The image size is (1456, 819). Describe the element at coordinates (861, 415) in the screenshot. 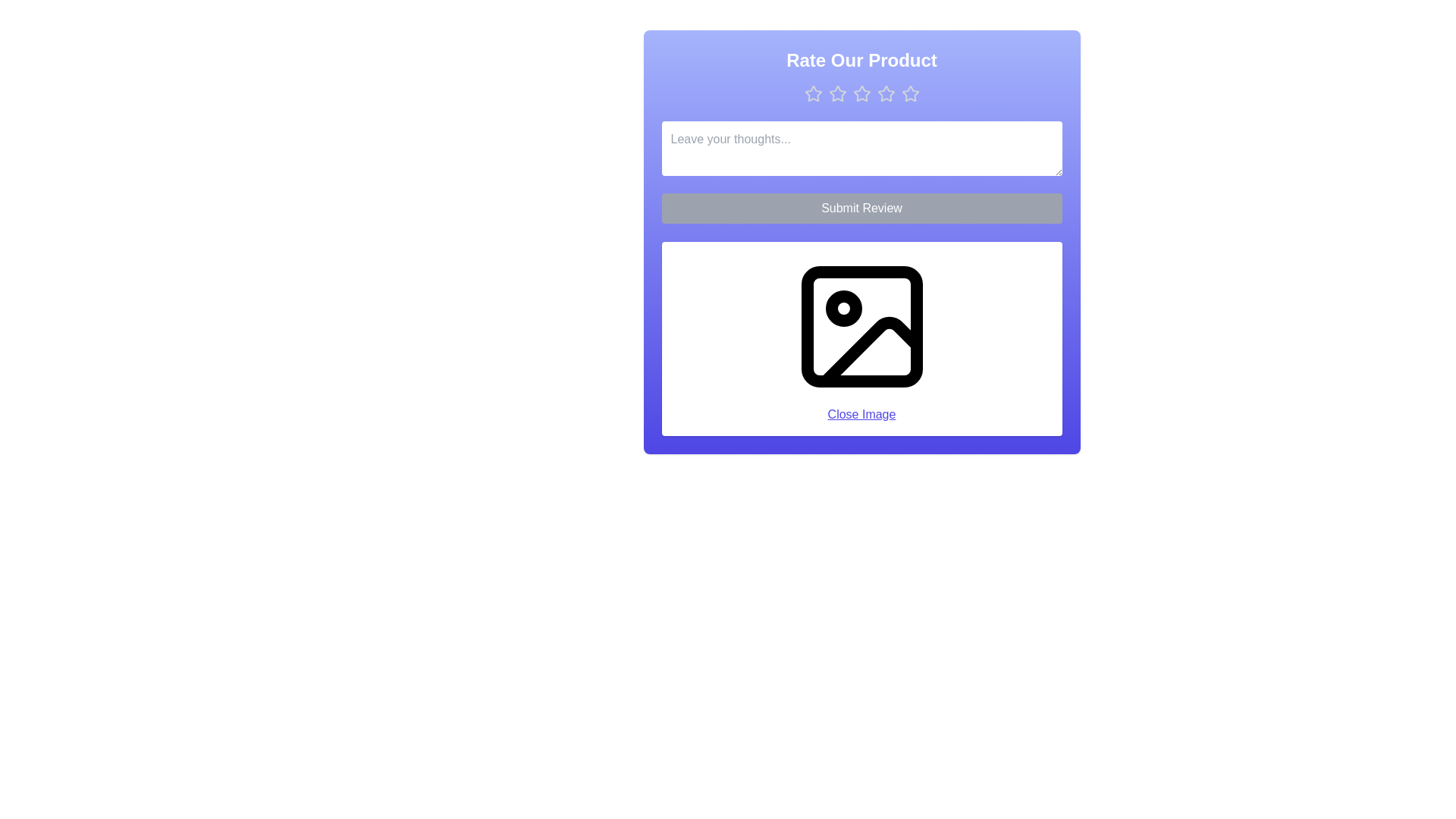

I see `the 'Close Image' button to close the displayed image` at that location.